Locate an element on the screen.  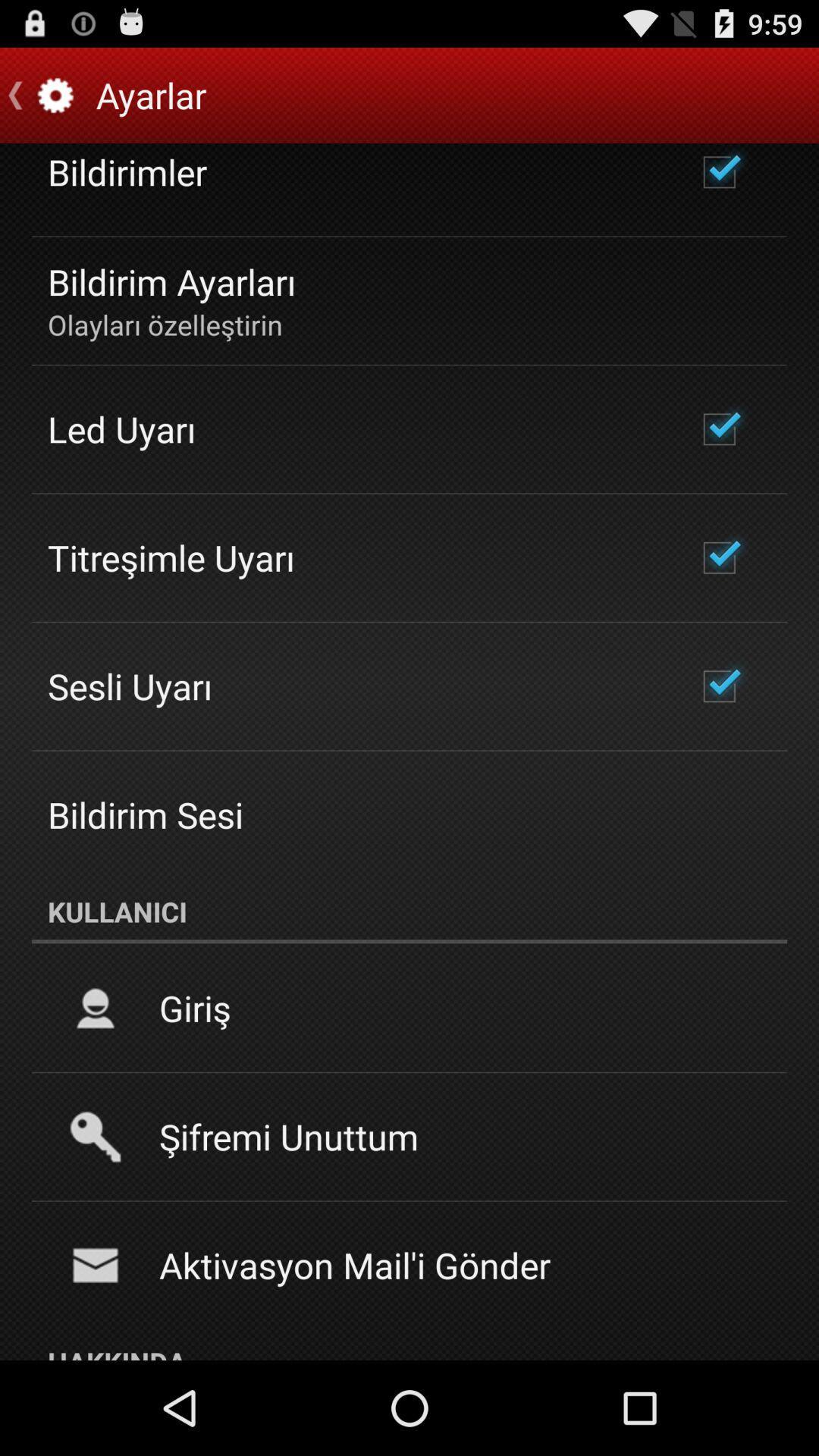
the aktivasyon mail i icon is located at coordinates (354, 1265).